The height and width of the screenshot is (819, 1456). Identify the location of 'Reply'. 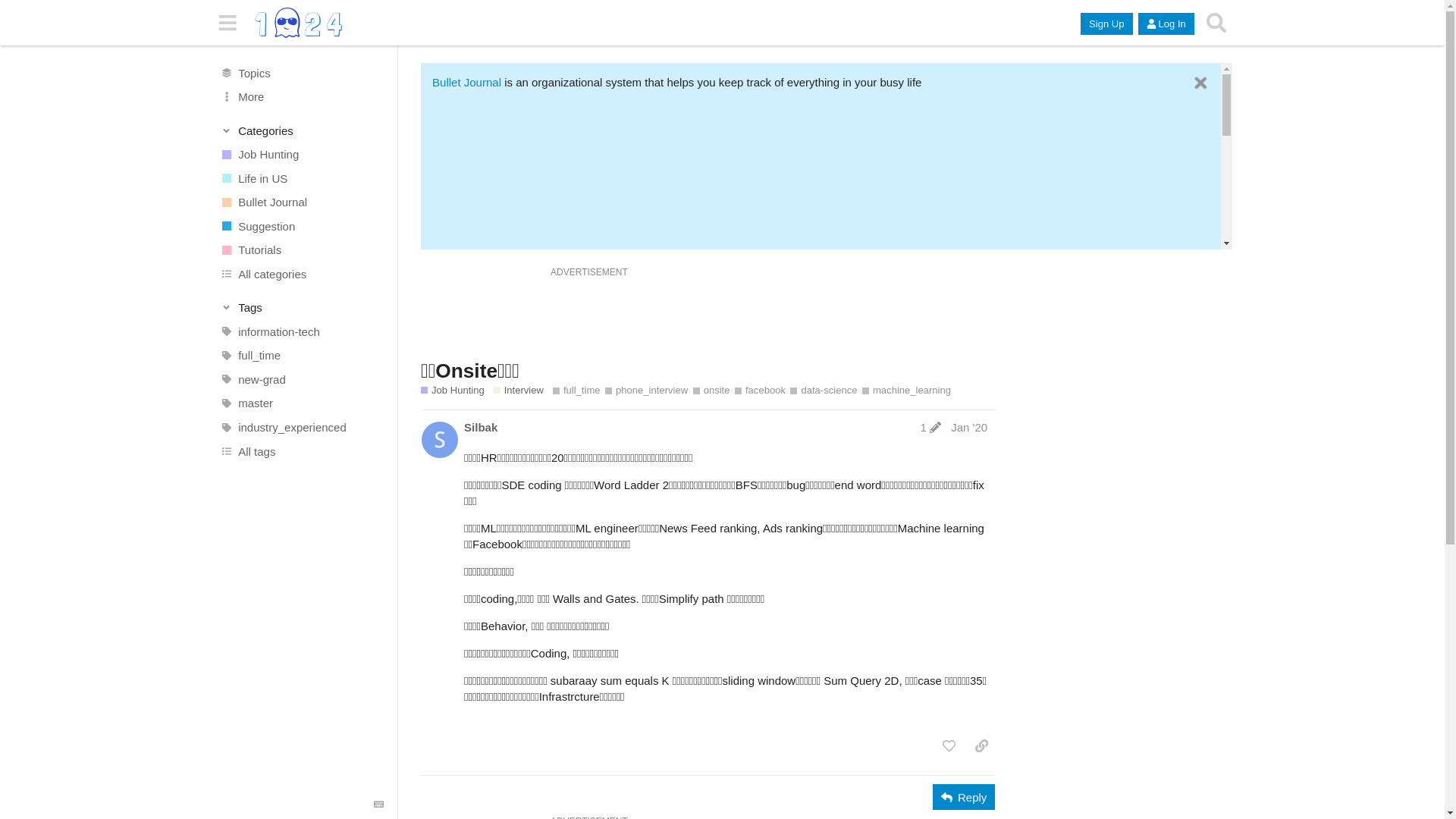
(963, 795).